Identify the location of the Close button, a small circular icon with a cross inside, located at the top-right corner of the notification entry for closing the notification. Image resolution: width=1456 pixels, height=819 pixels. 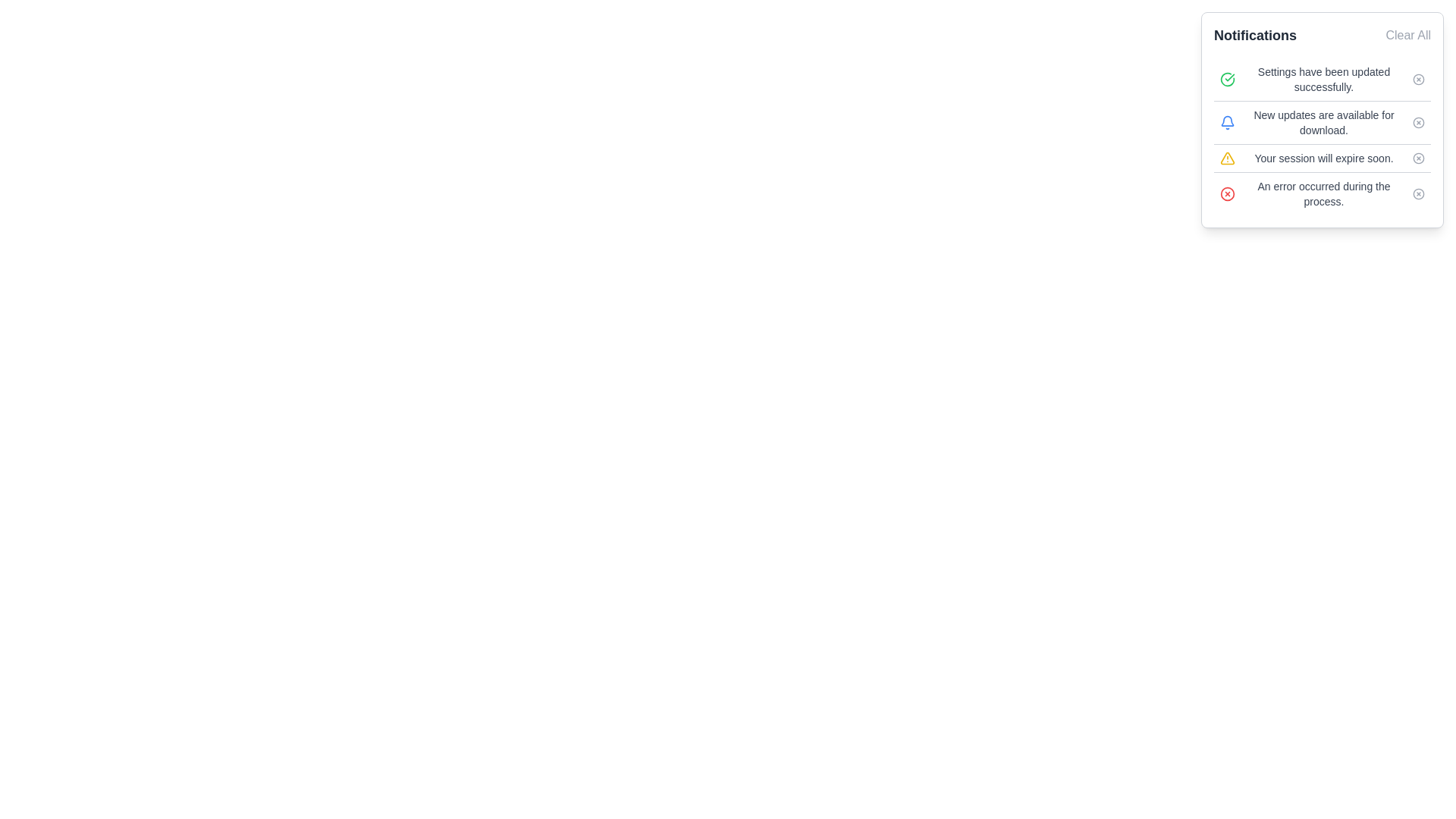
(1418, 122).